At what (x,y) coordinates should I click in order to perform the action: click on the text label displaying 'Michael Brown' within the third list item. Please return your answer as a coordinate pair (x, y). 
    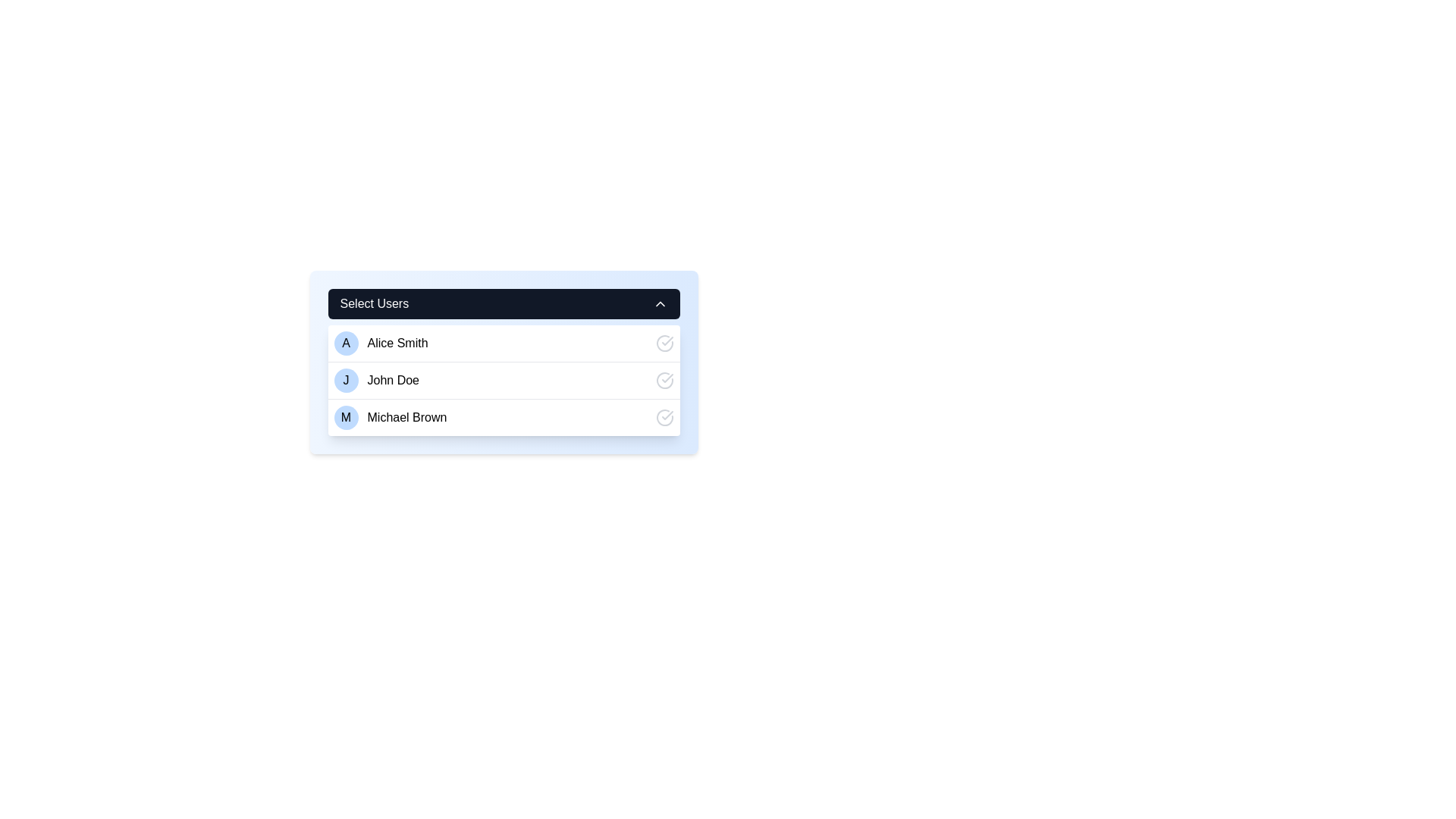
    Looking at the image, I should click on (407, 418).